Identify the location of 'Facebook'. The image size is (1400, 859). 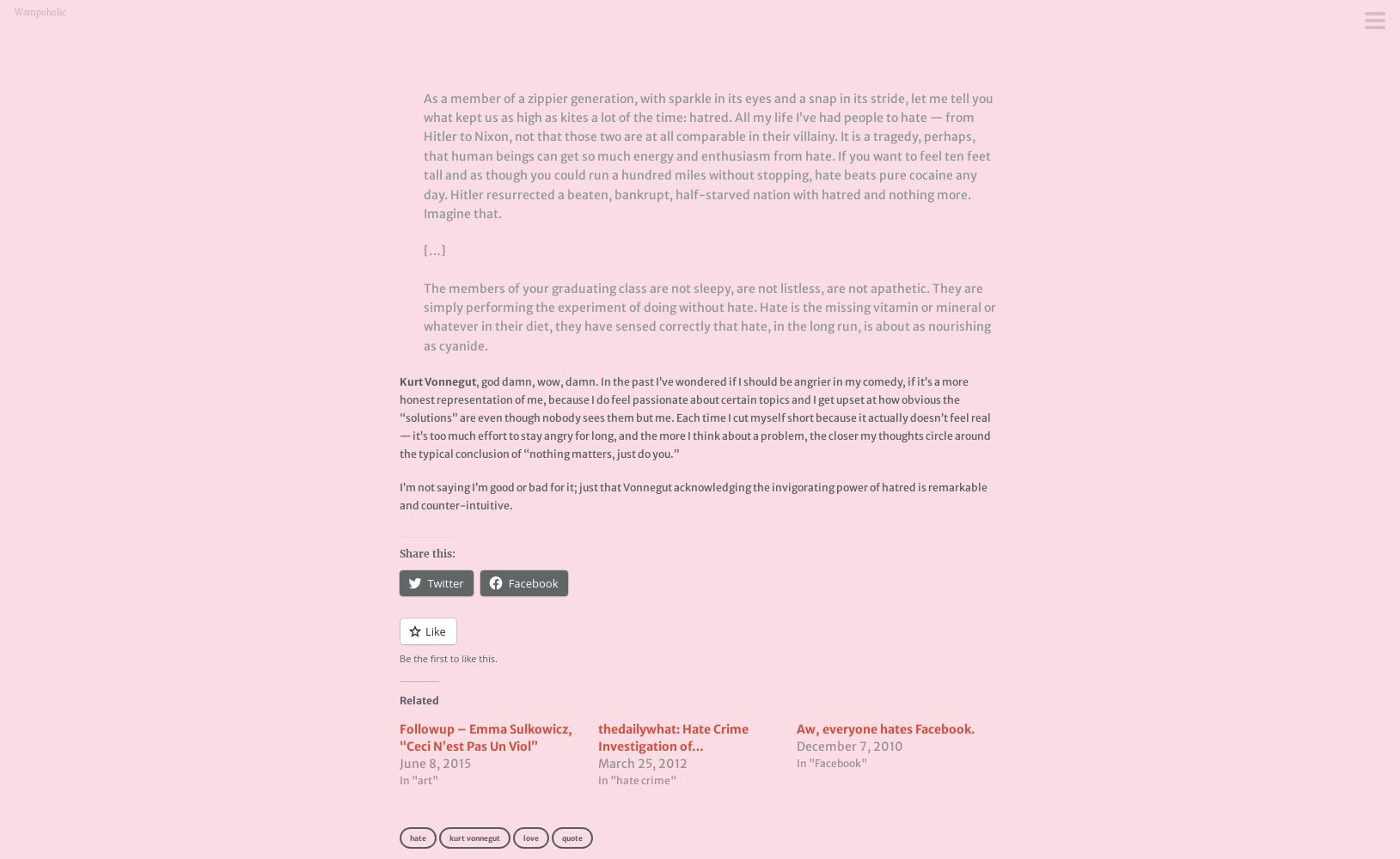
(532, 583).